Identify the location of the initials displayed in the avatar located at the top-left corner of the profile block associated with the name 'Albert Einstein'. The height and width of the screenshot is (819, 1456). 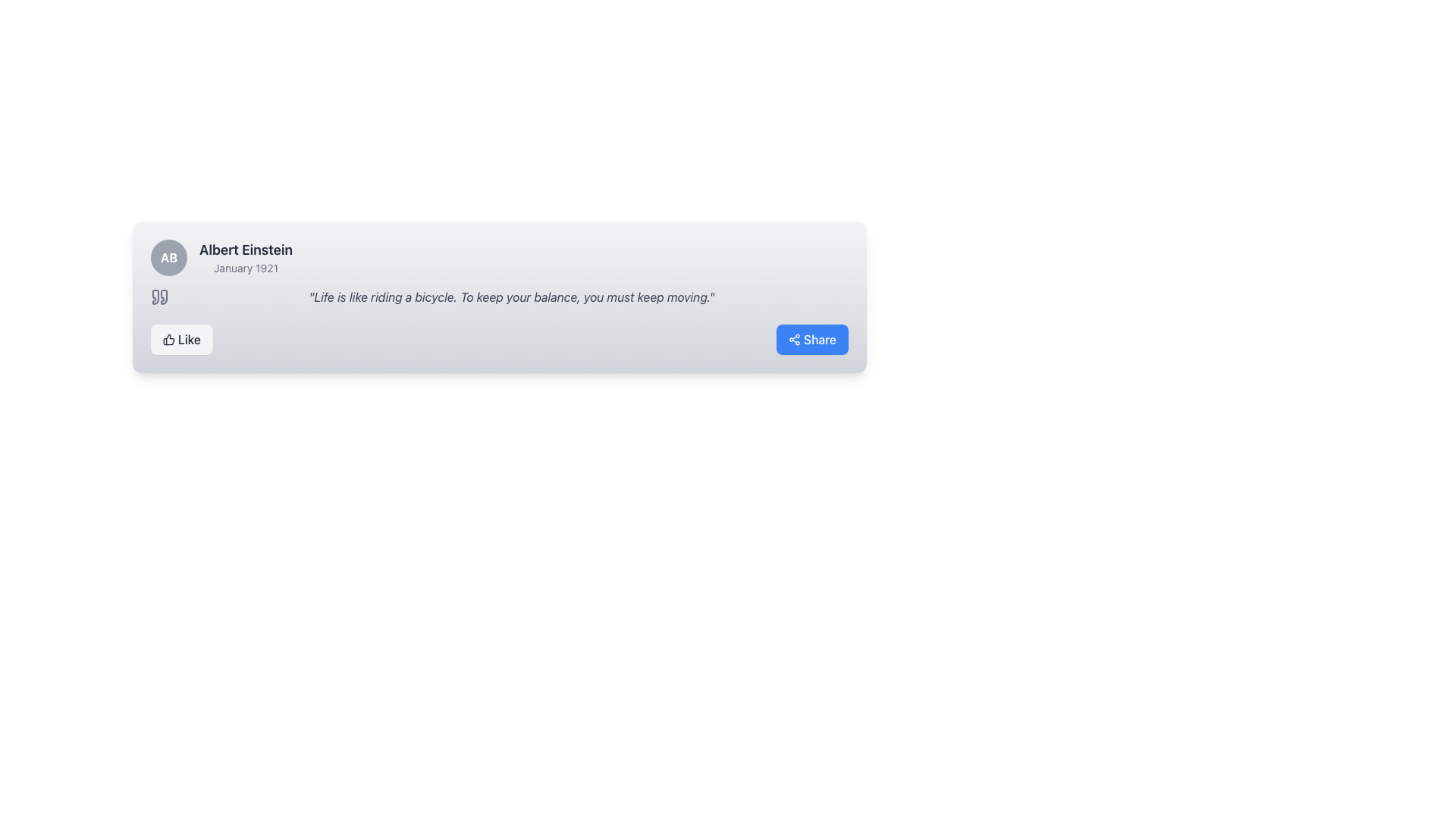
(168, 256).